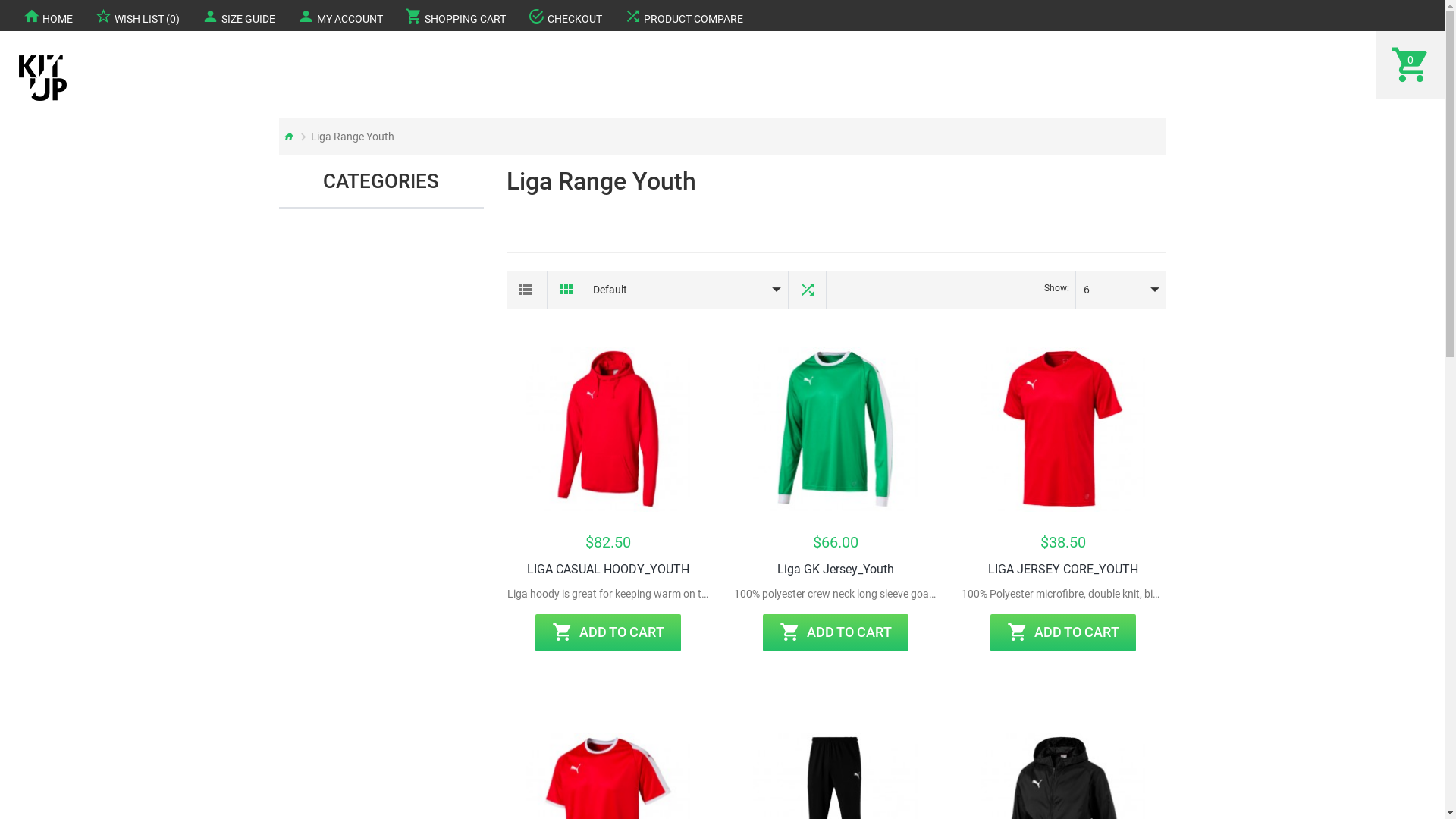  I want to click on 'LIGA JERSEY CORE_YOUTH', so click(1062, 429).